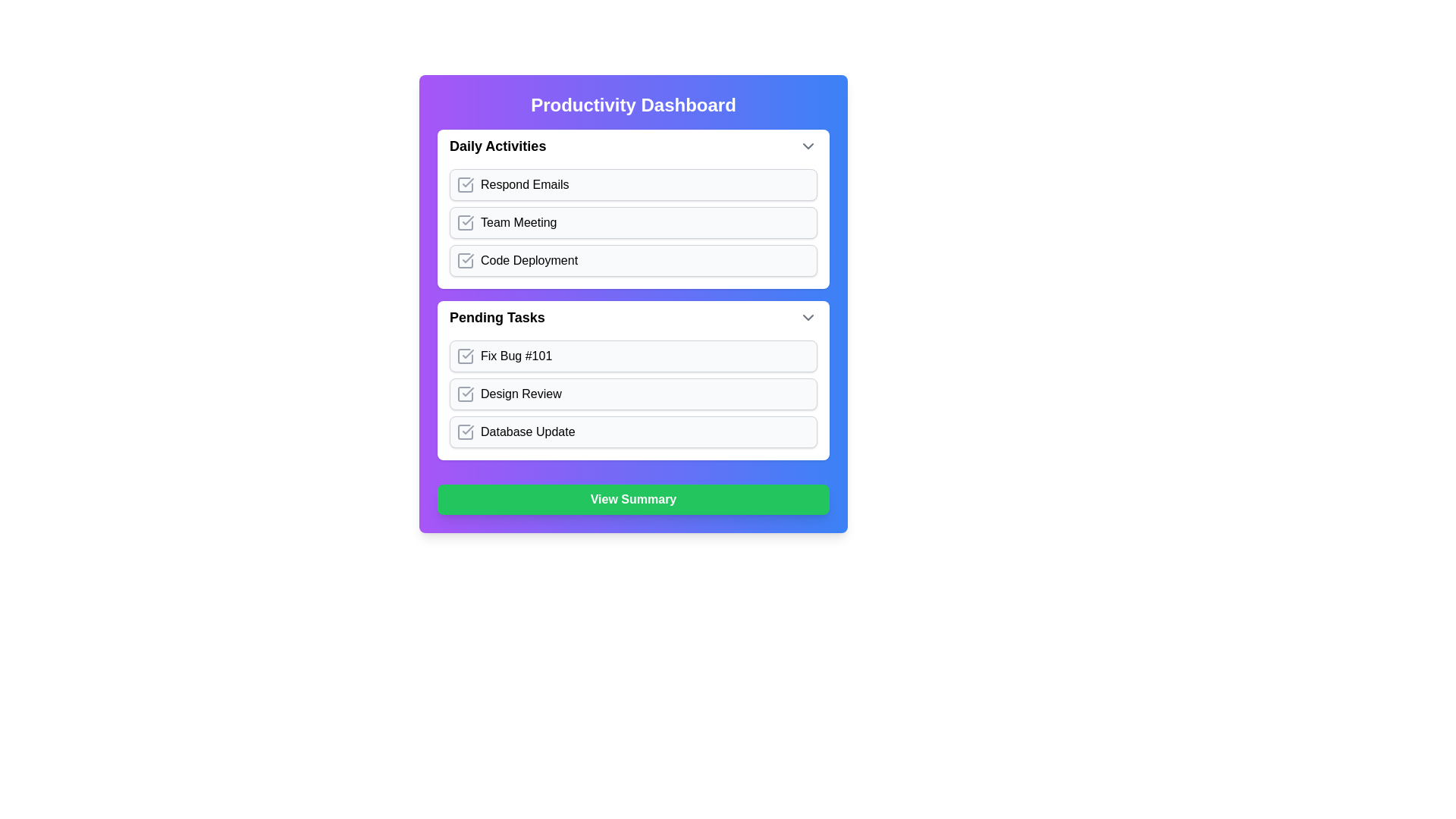 This screenshot has width=1456, height=819. What do you see at coordinates (465, 394) in the screenshot?
I see `the Checkbox icon located to the left of the text 'Design Review' in the 'Pending Tasks' section` at bounding box center [465, 394].